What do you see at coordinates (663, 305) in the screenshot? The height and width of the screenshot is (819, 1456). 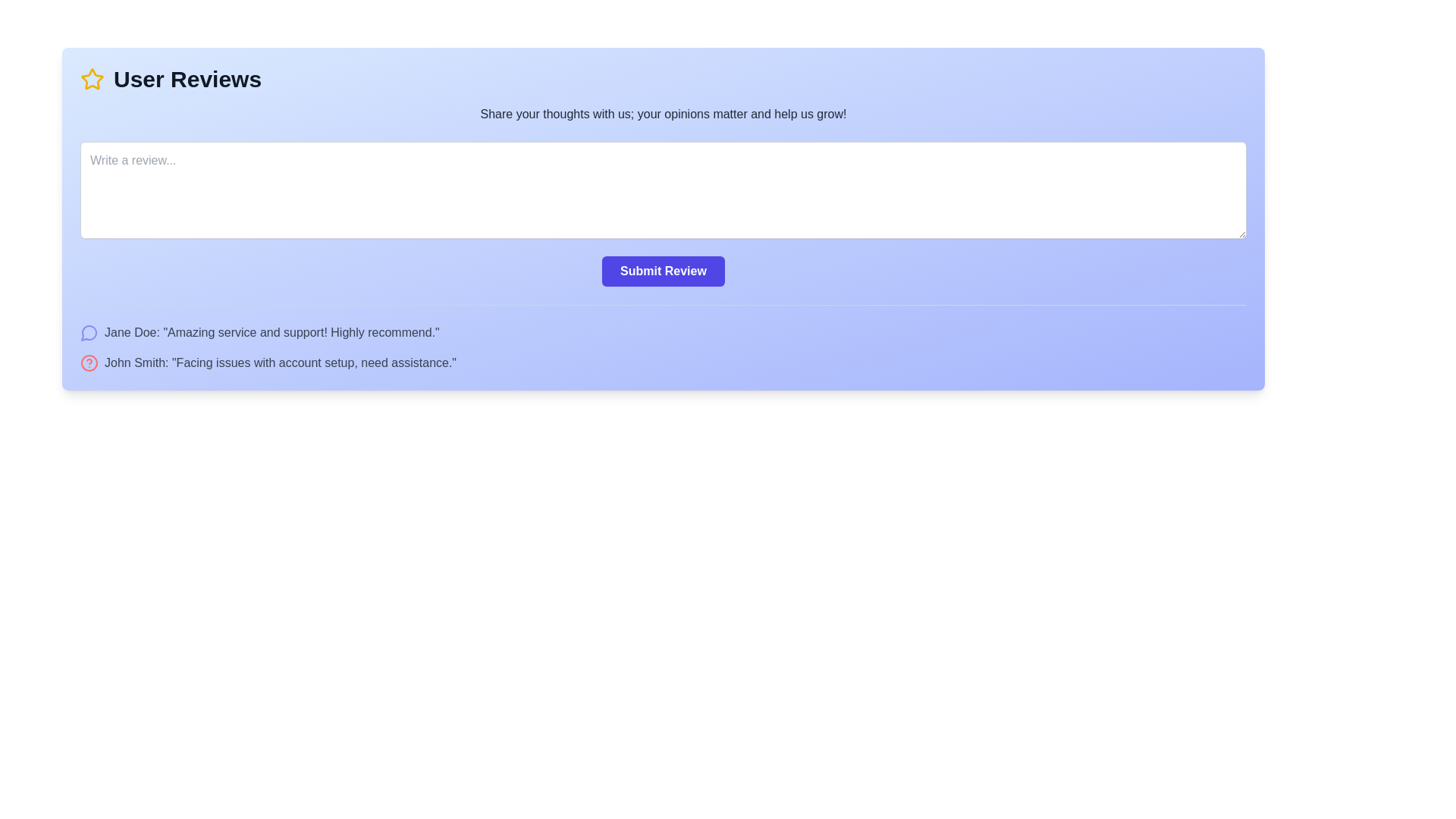 I see `the horizontal divider line styled with a gray border, located beneath the 'Submit Review' button and above the list of user reviews` at bounding box center [663, 305].